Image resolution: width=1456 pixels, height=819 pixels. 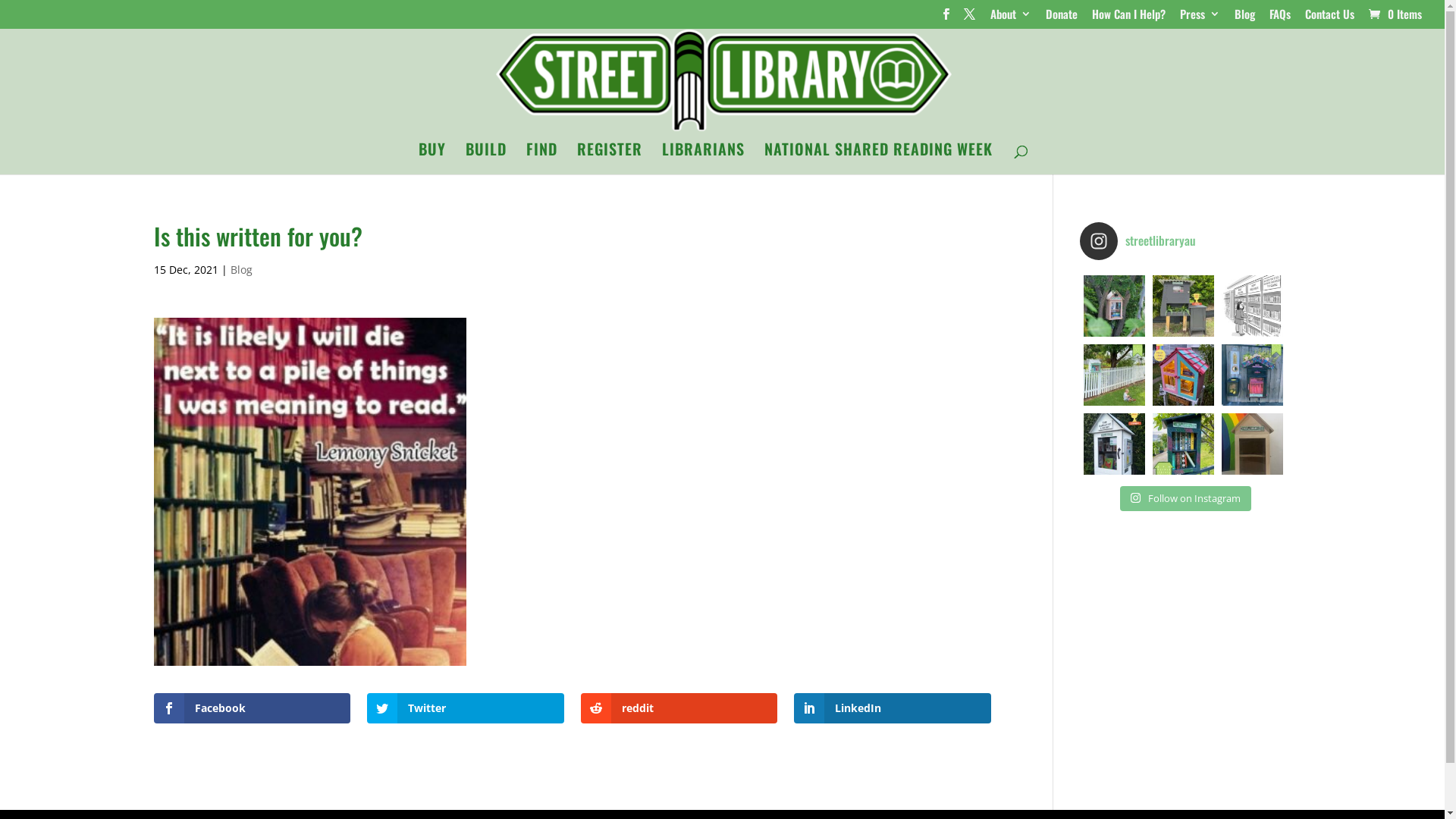 What do you see at coordinates (1182, 239) in the screenshot?
I see `'streetlibraryau'` at bounding box center [1182, 239].